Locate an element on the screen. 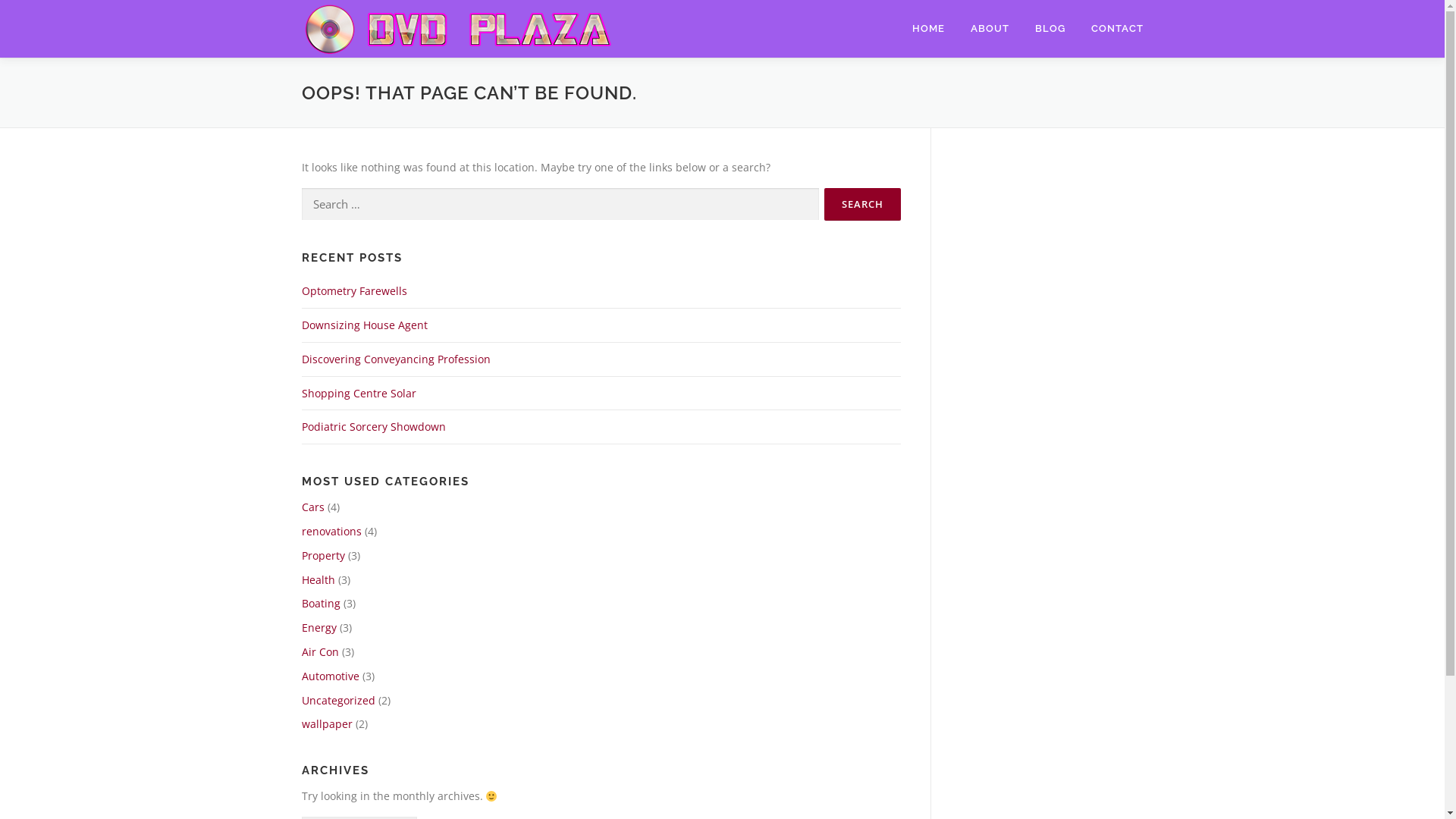 The image size is (1456, 819). 'Search' is located at coordinates (861, 203).